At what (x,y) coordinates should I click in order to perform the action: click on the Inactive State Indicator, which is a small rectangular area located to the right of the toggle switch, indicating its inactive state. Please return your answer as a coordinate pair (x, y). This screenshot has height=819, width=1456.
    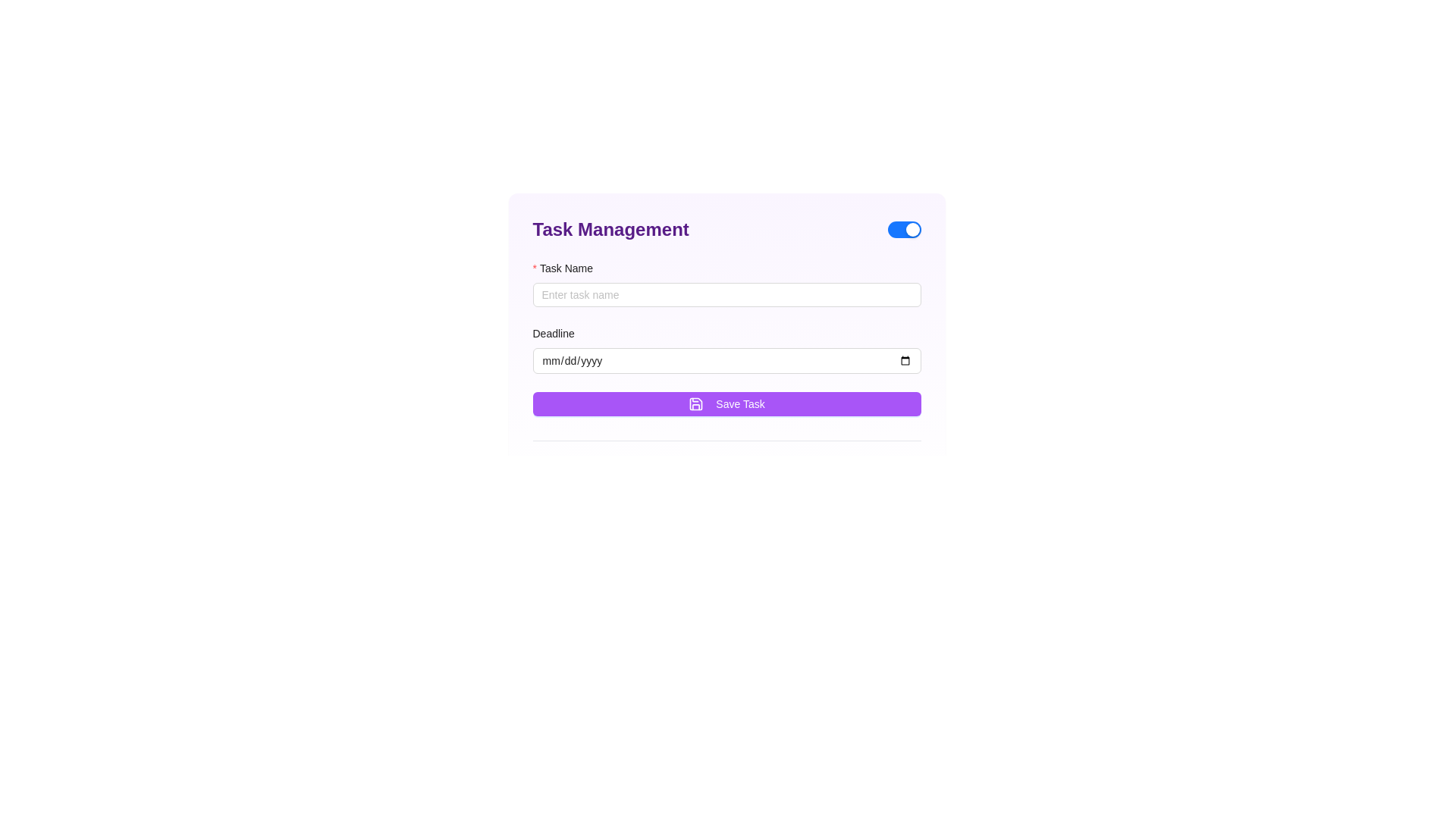
    Looking at the image, I should click on (926, 230).